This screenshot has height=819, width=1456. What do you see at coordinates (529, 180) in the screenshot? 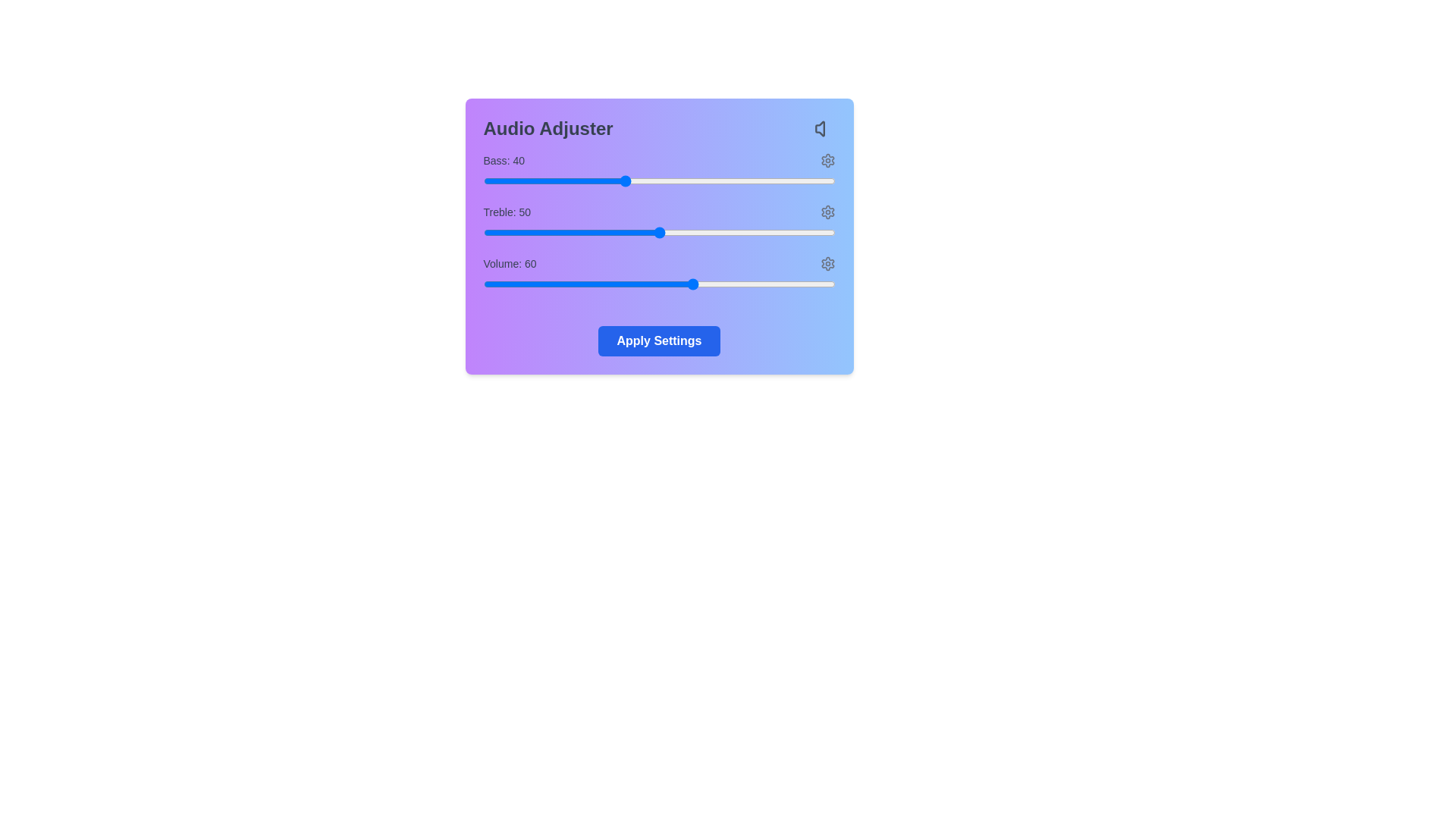
I see `the bass level` at bounding box center [529, 180].